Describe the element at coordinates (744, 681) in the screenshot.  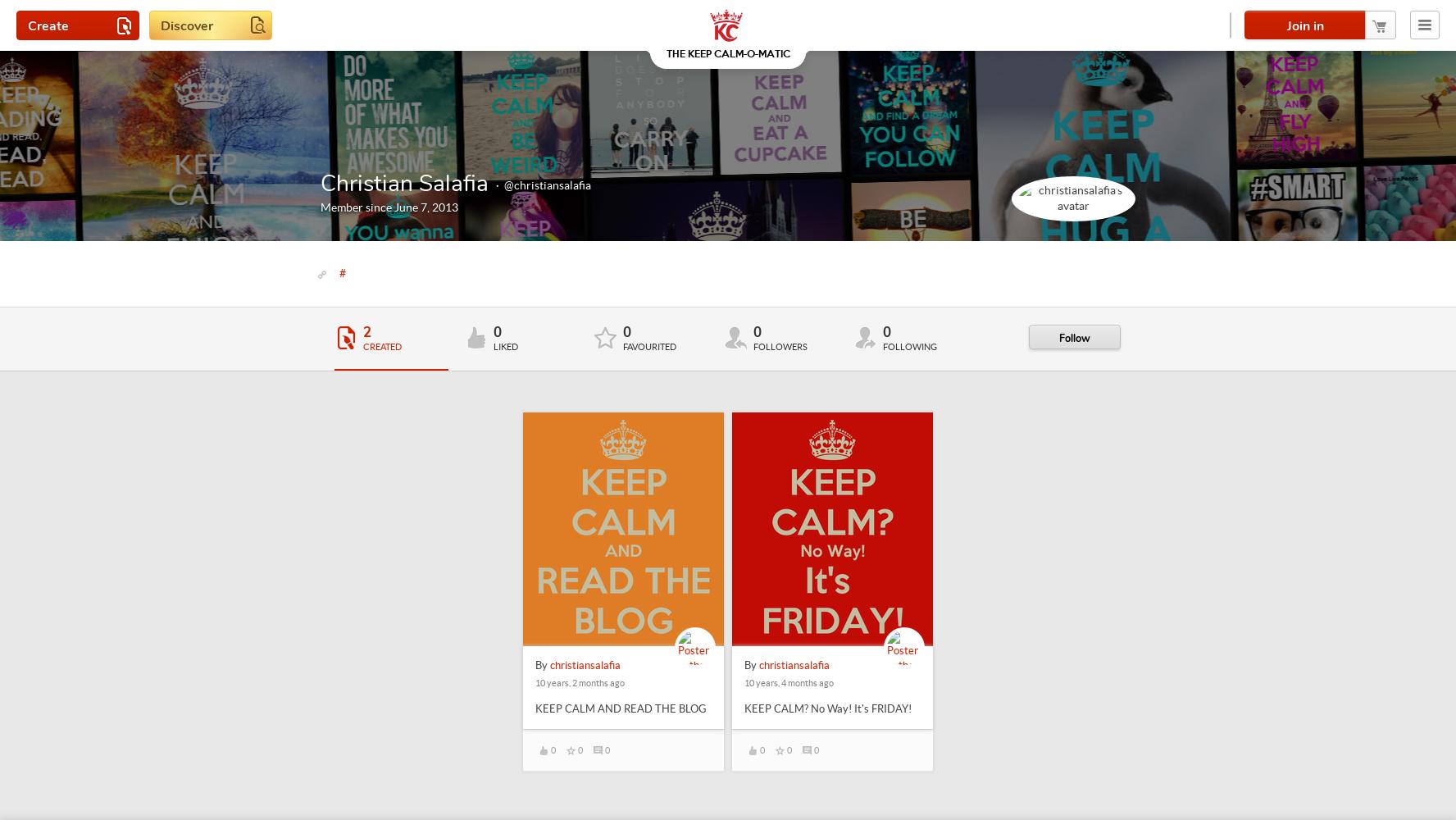
I see `'10 years, 4 months ago'` at that location.